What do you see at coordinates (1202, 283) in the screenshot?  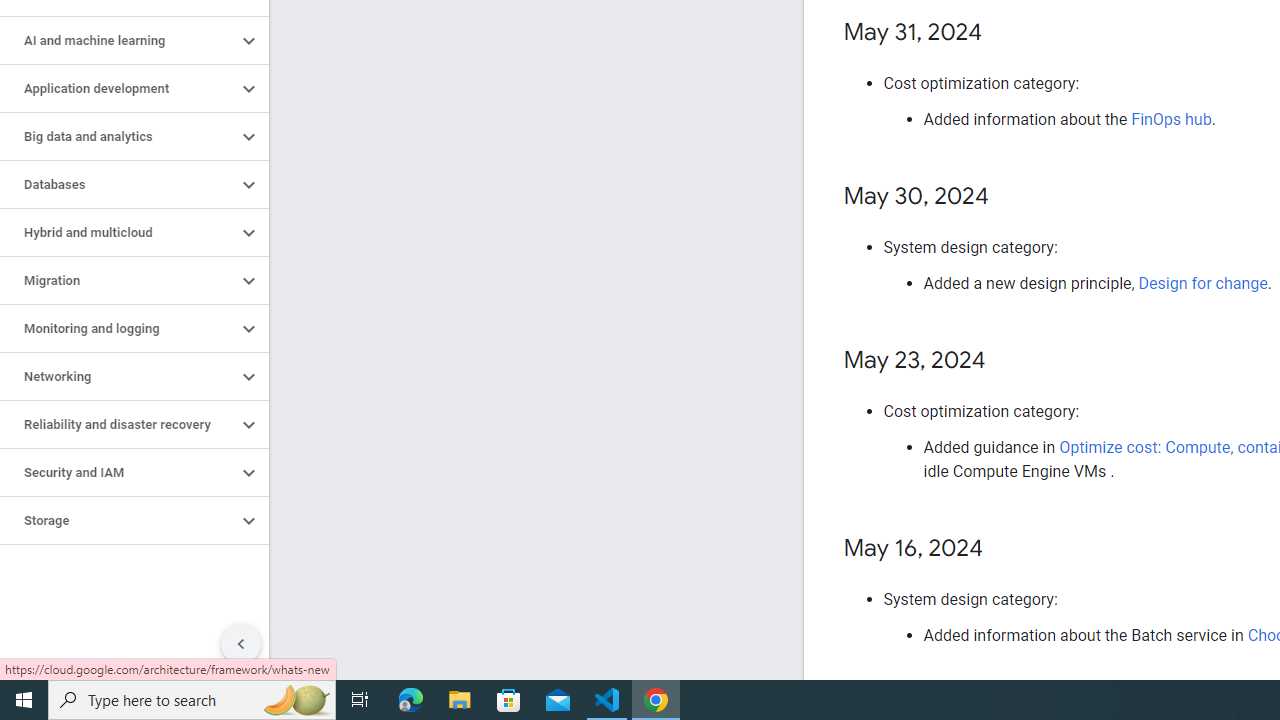 I see `'Design for change'` at bounding box center [1202, 283].